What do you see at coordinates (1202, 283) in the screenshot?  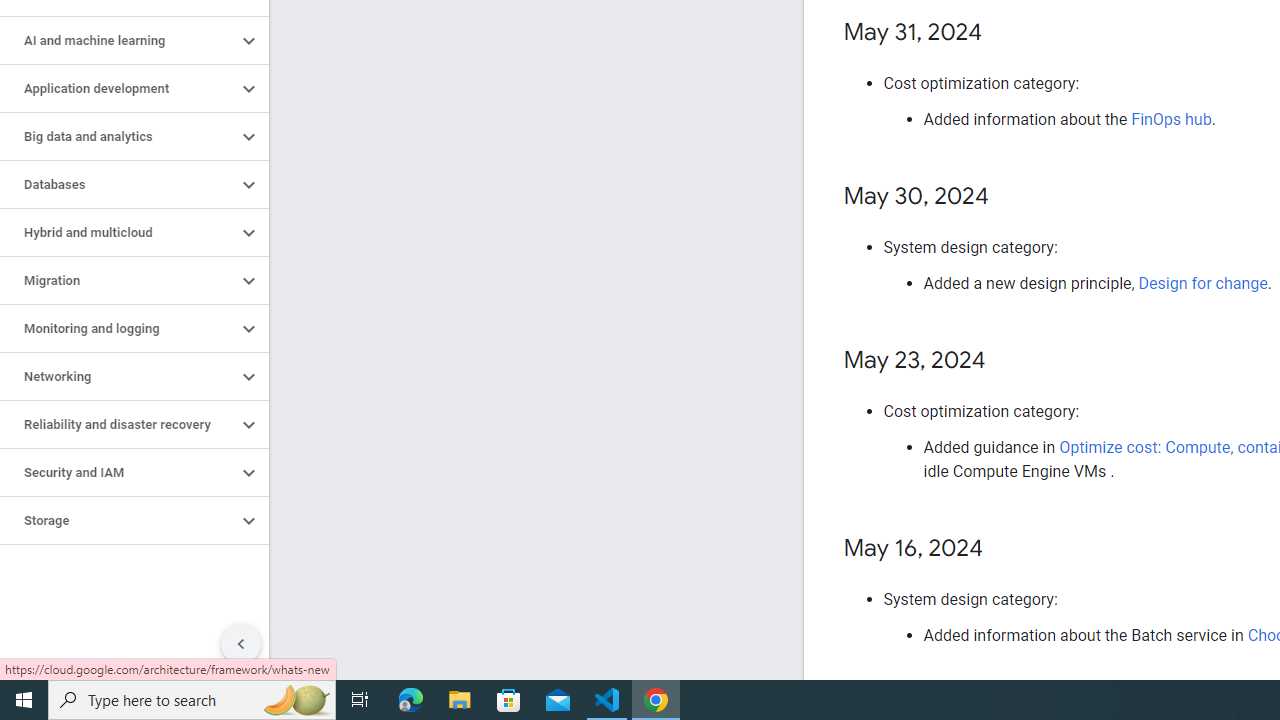 I see `'Design for change'` at bounding box center [1202, 283].